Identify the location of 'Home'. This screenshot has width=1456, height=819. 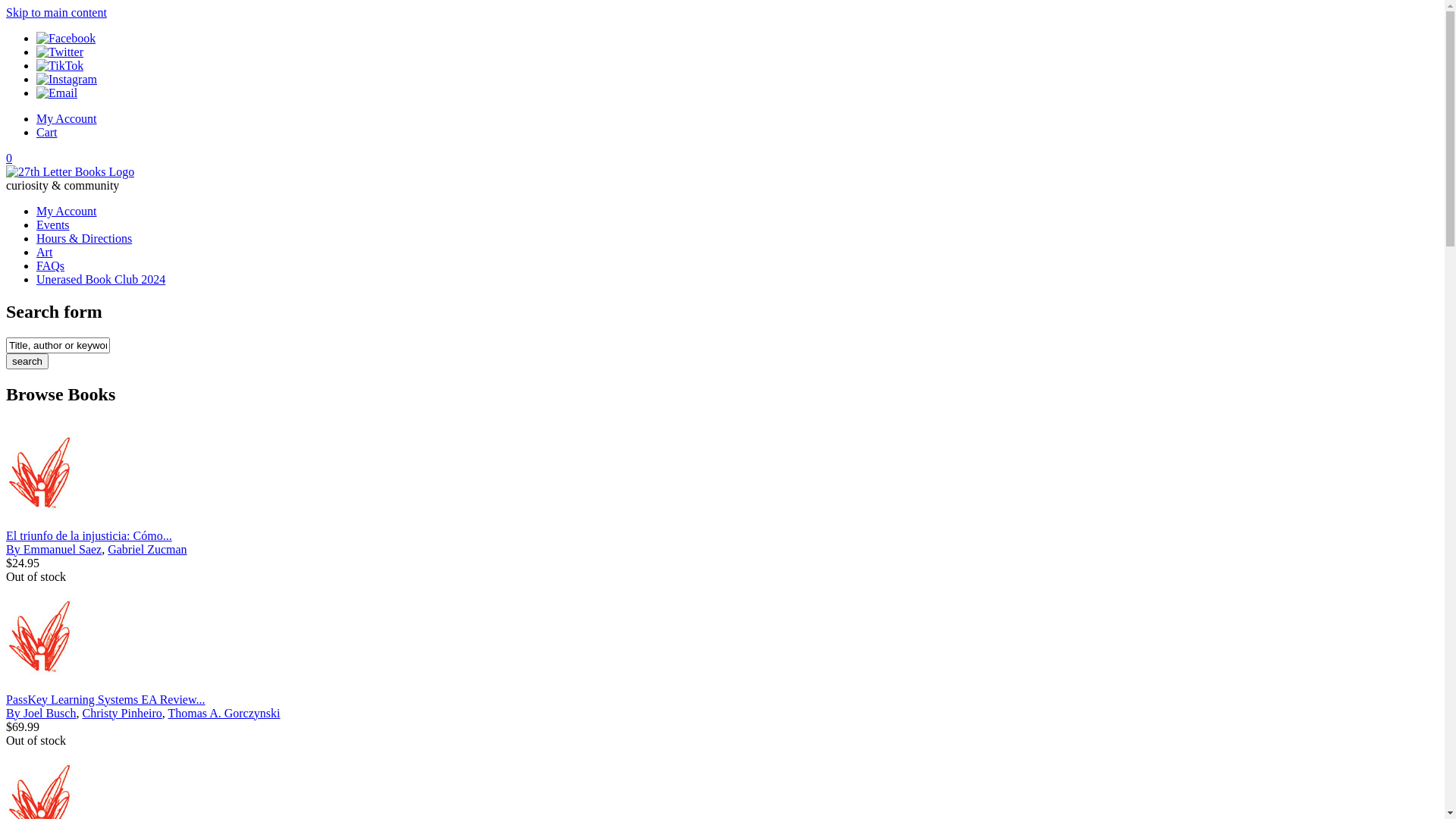
(6, 171).